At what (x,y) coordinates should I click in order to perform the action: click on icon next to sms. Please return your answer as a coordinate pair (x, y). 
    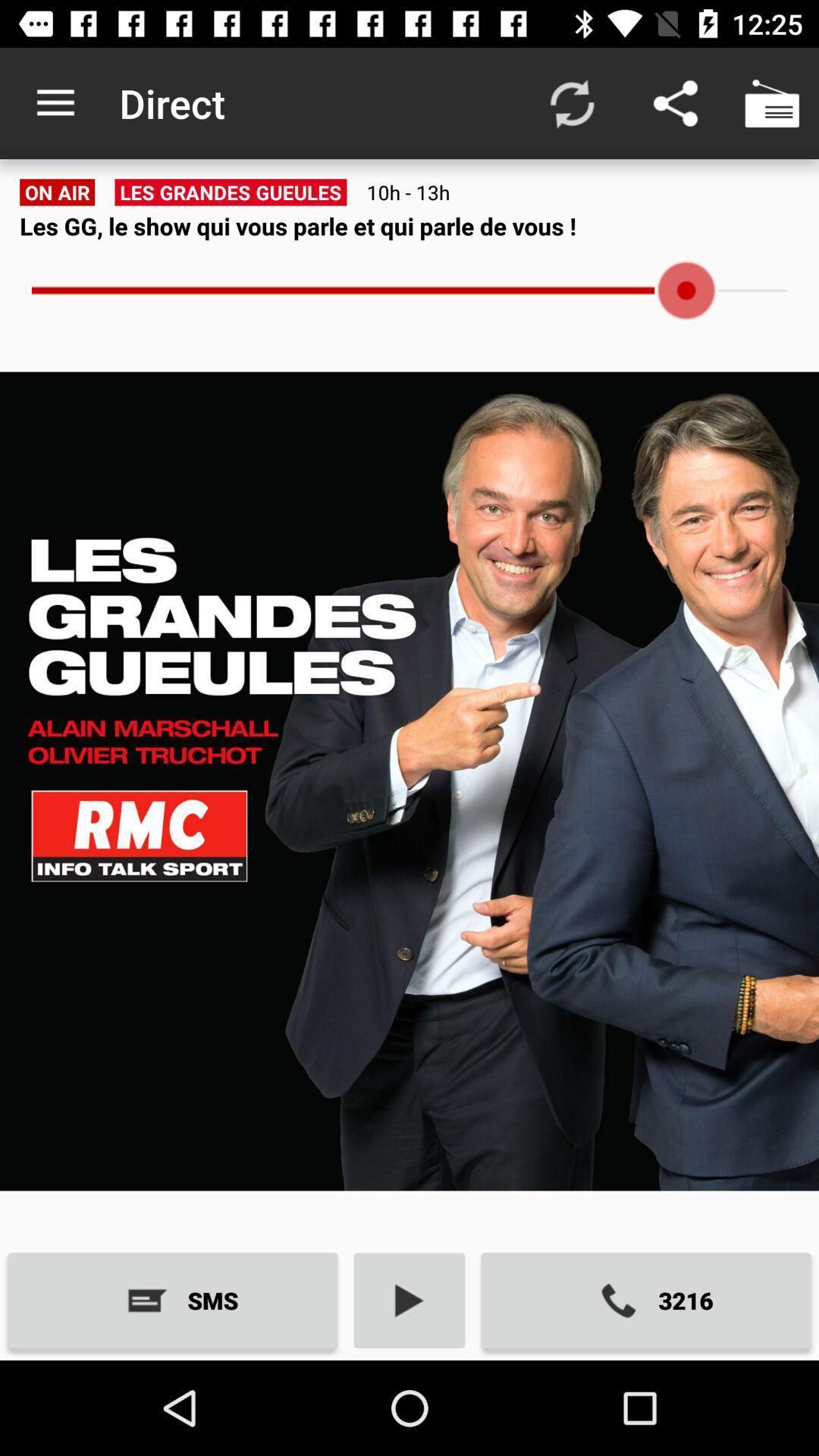
    Looking at the image, I should click on (409, 1300).